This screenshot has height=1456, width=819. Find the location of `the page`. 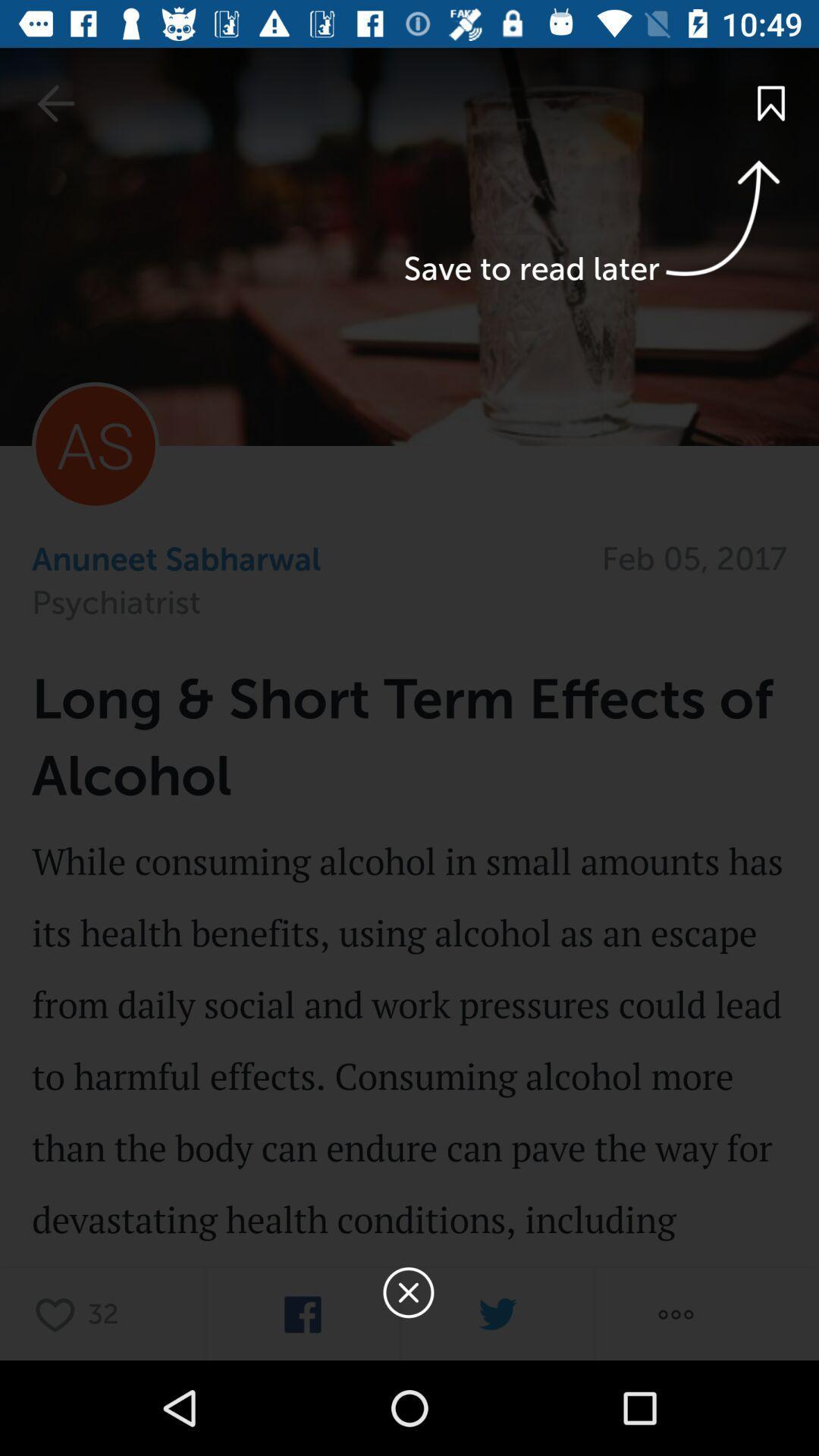

the page is located at coordinates (409, 1094).